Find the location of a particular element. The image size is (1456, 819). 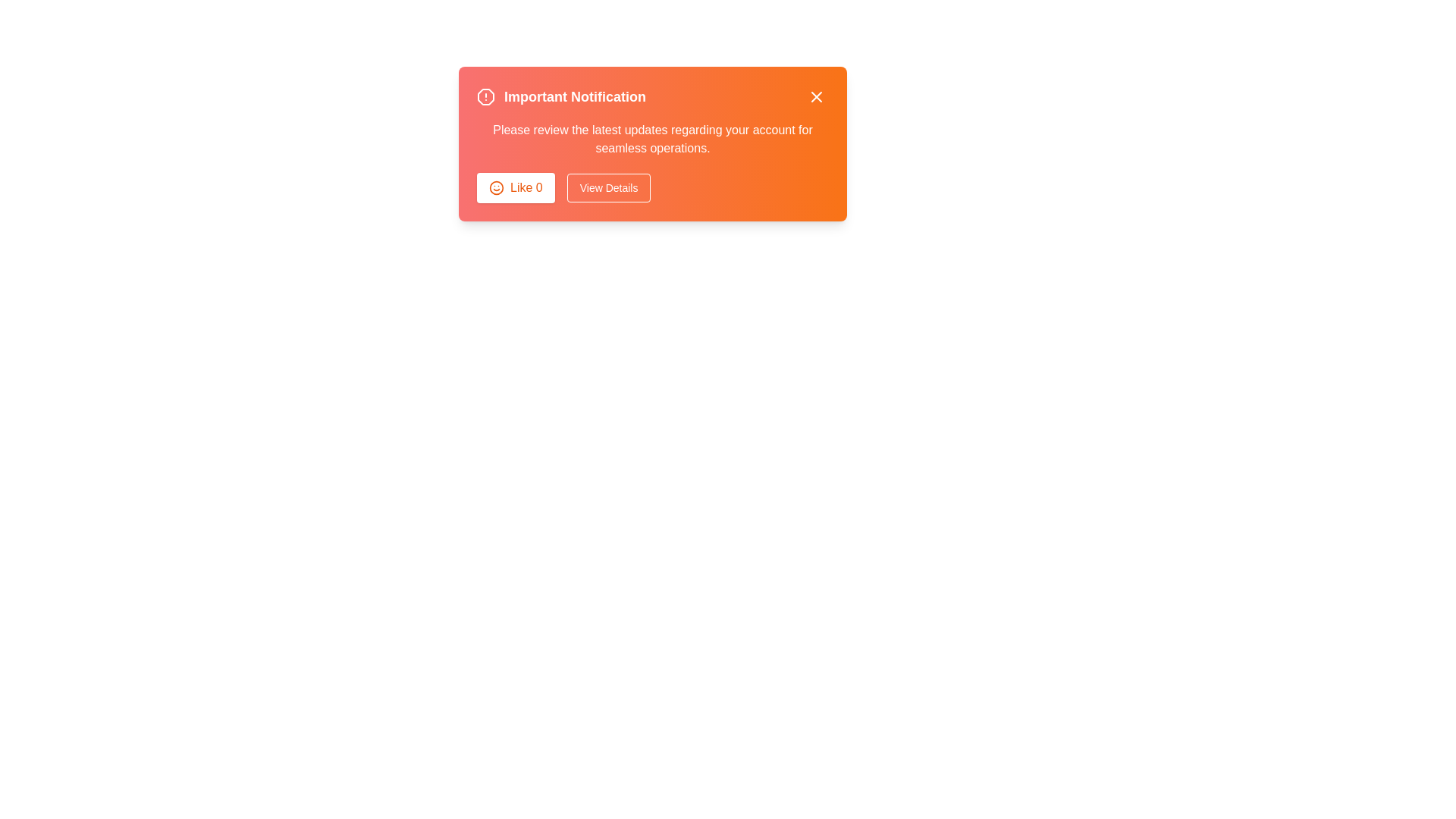

the close button to dismiss the notification is located at coordinates (815, 96).